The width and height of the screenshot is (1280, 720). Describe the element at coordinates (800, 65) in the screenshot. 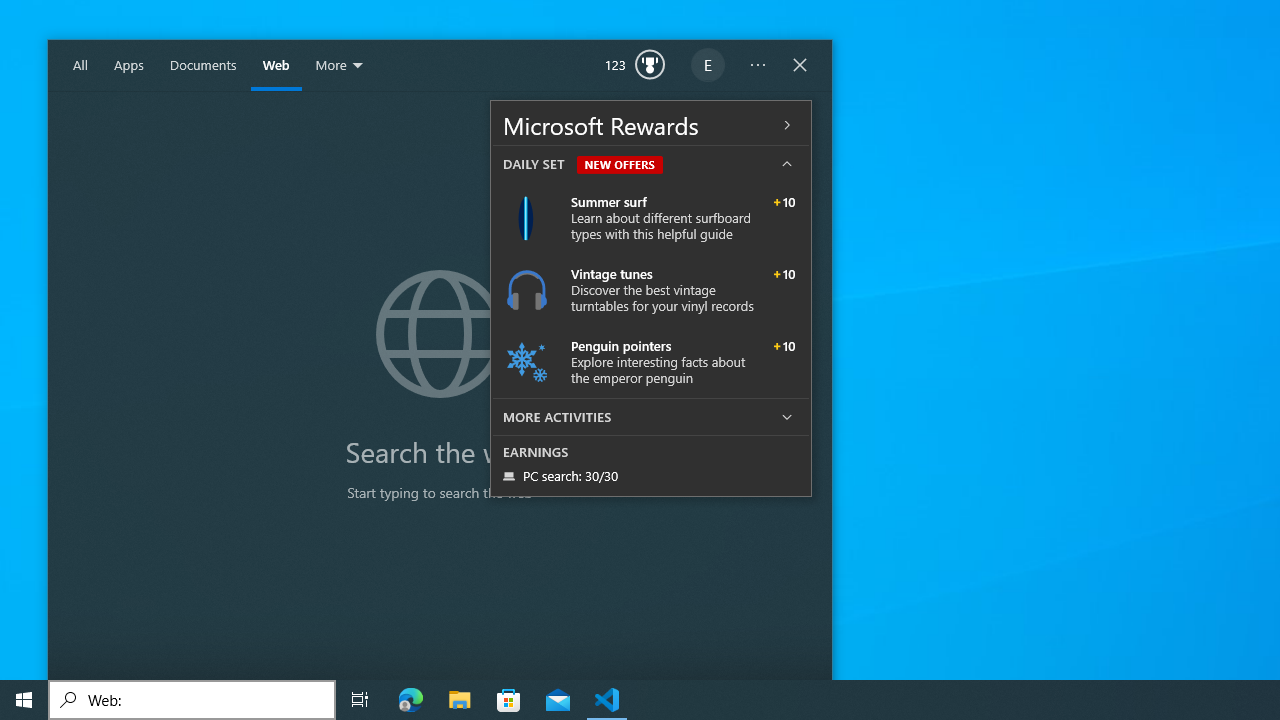

I see `'Close Windows Search'` at that location.